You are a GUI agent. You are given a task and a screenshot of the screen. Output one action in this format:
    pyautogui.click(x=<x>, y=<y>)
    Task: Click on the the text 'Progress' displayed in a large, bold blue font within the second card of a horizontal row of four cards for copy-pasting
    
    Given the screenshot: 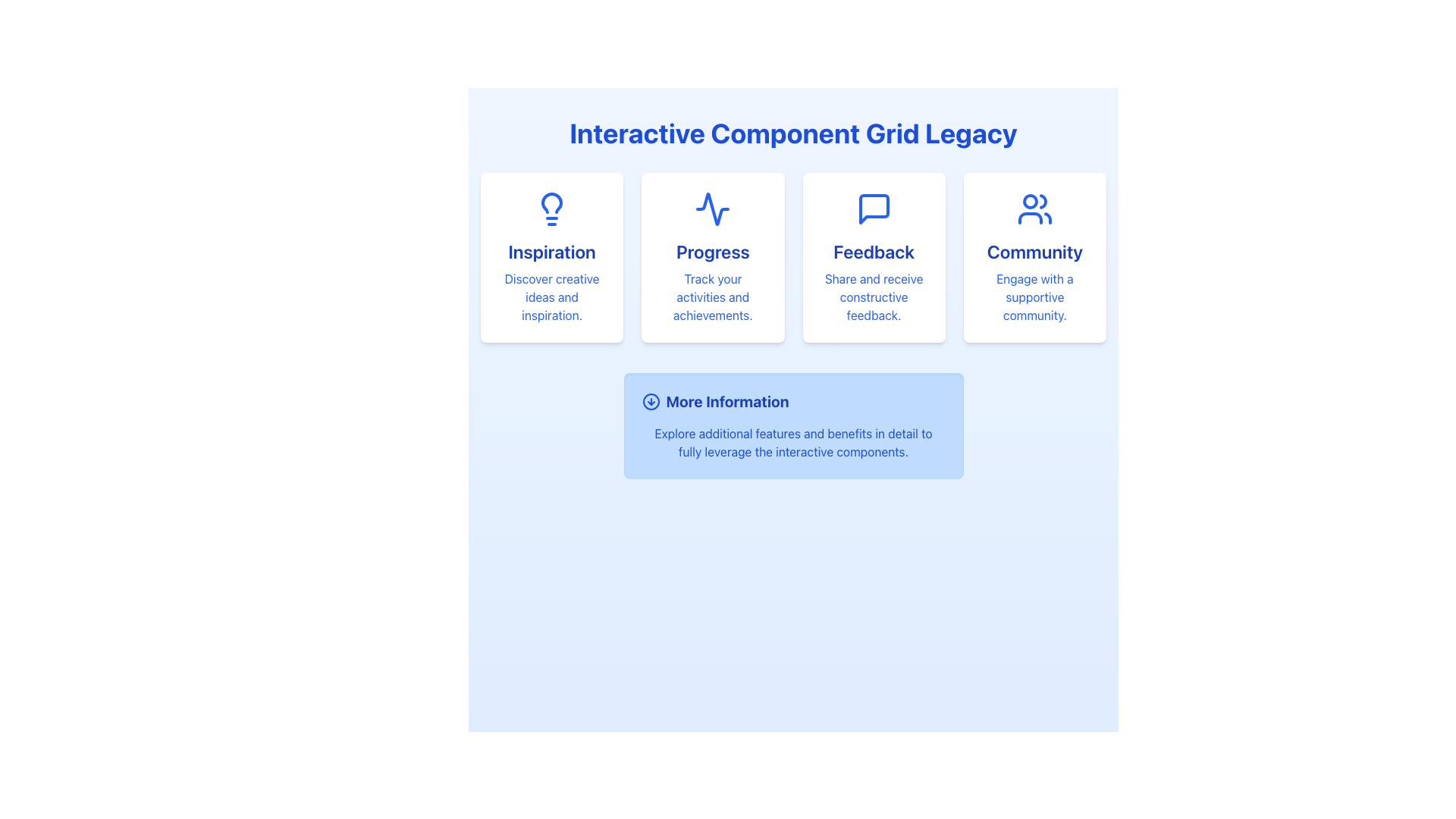 What is the action you would take?
    pyautogui.click(x=712, y=250)
    